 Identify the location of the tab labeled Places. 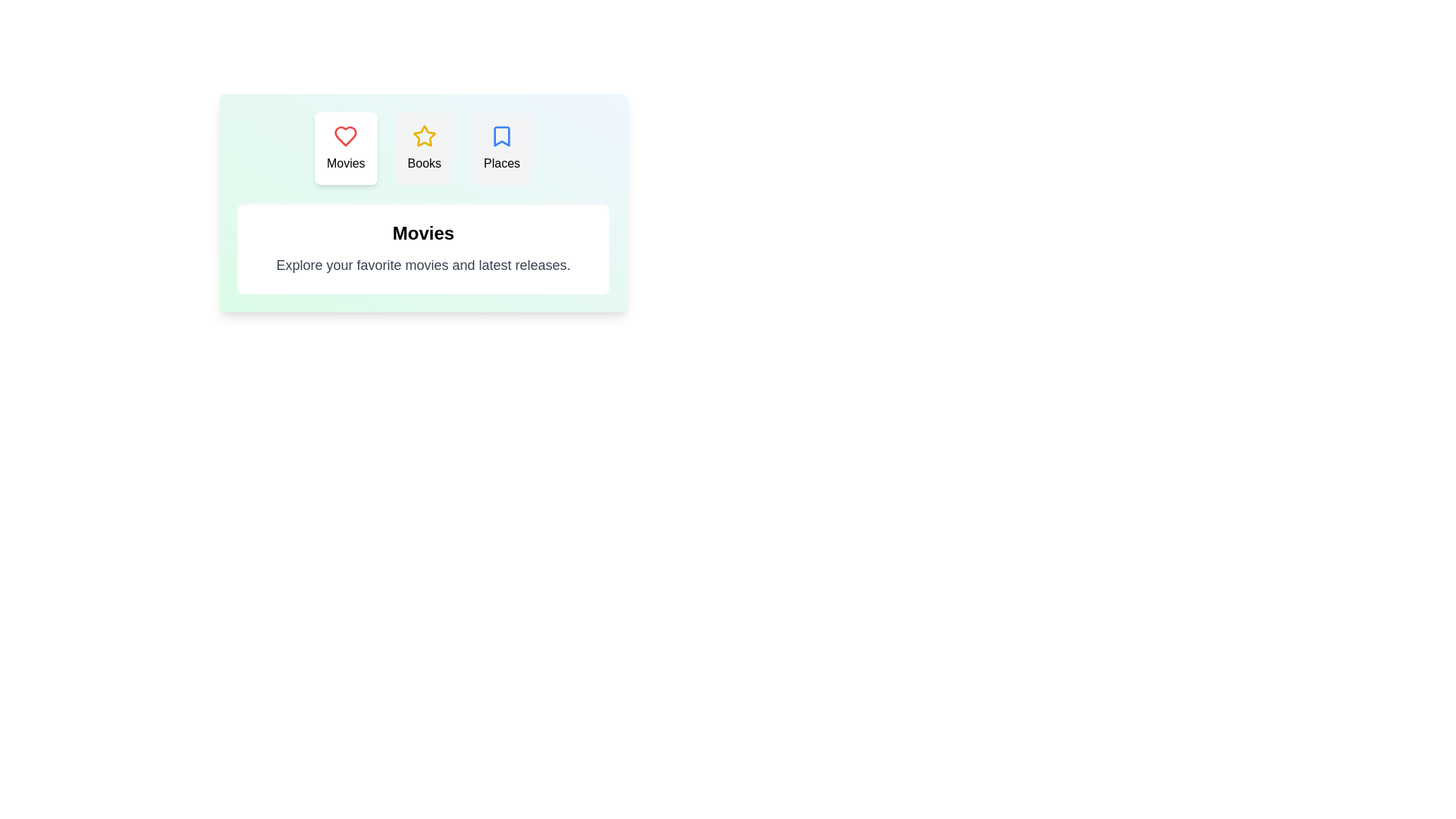
(502, 149).